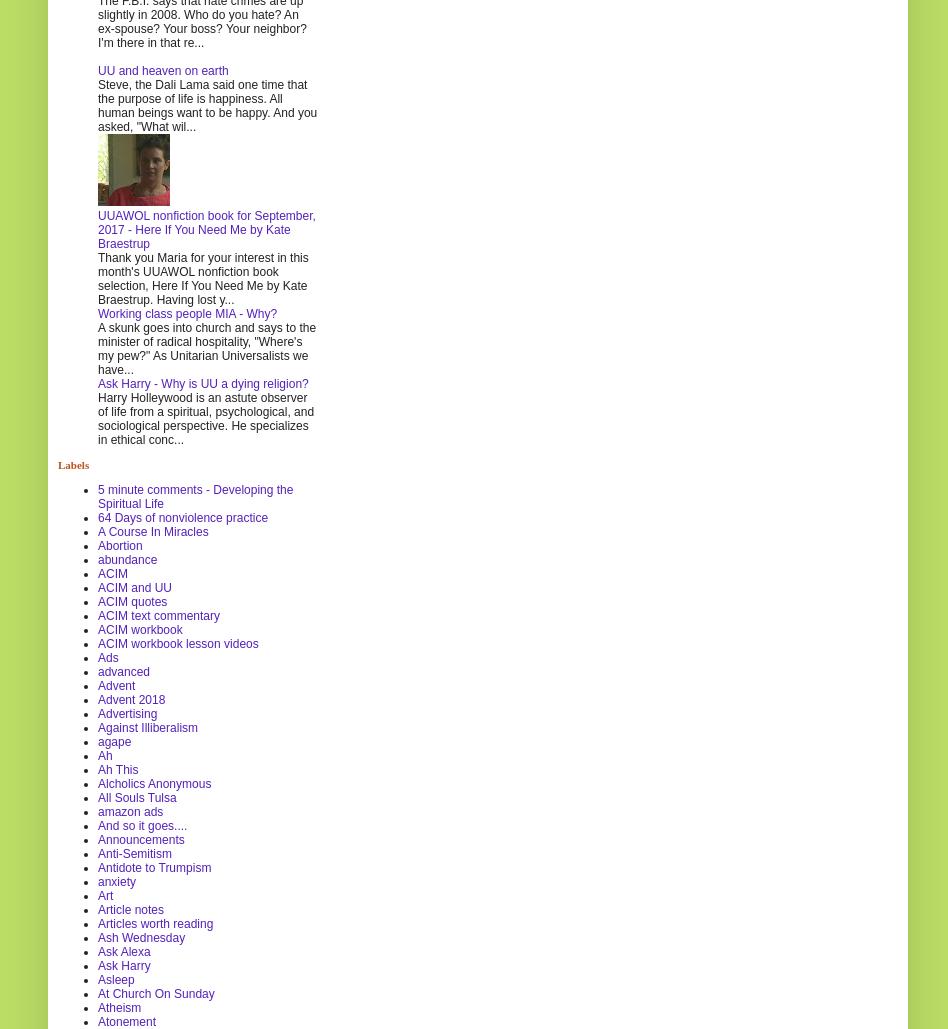 The image size is (948, 1029). What do you see at coordinates (133, 586) in the screenshot?
I see `'ACIM and UU'` at bounding box center [133, 586].